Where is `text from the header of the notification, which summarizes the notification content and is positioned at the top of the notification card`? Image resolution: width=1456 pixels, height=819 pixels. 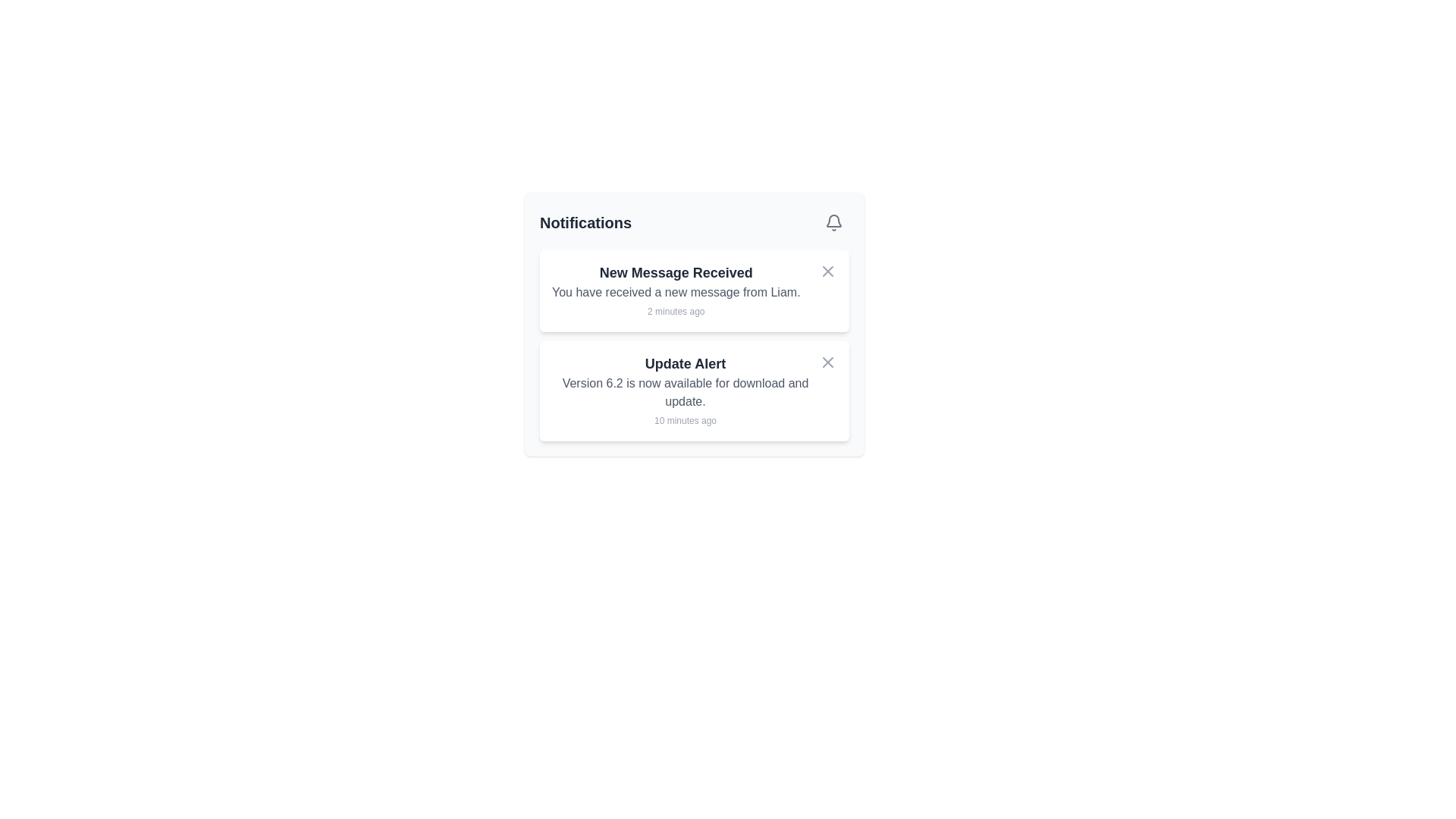 text from the header of the notification, which summarizes the notification content and is positioned at the top of the notification card is located at coordinates (675, 271).